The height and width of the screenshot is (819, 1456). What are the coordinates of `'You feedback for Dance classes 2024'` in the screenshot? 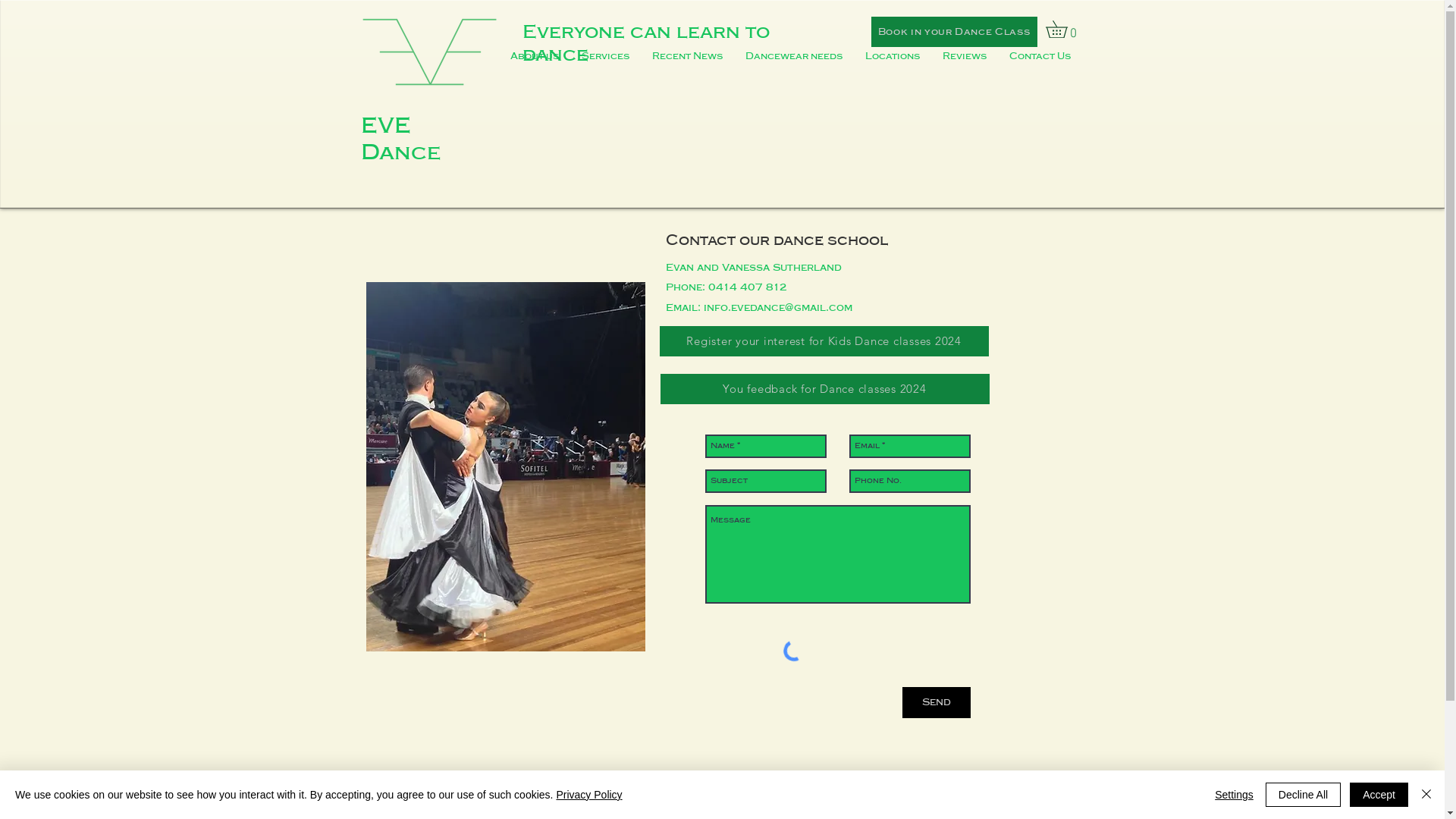 It's located at (823, 388).